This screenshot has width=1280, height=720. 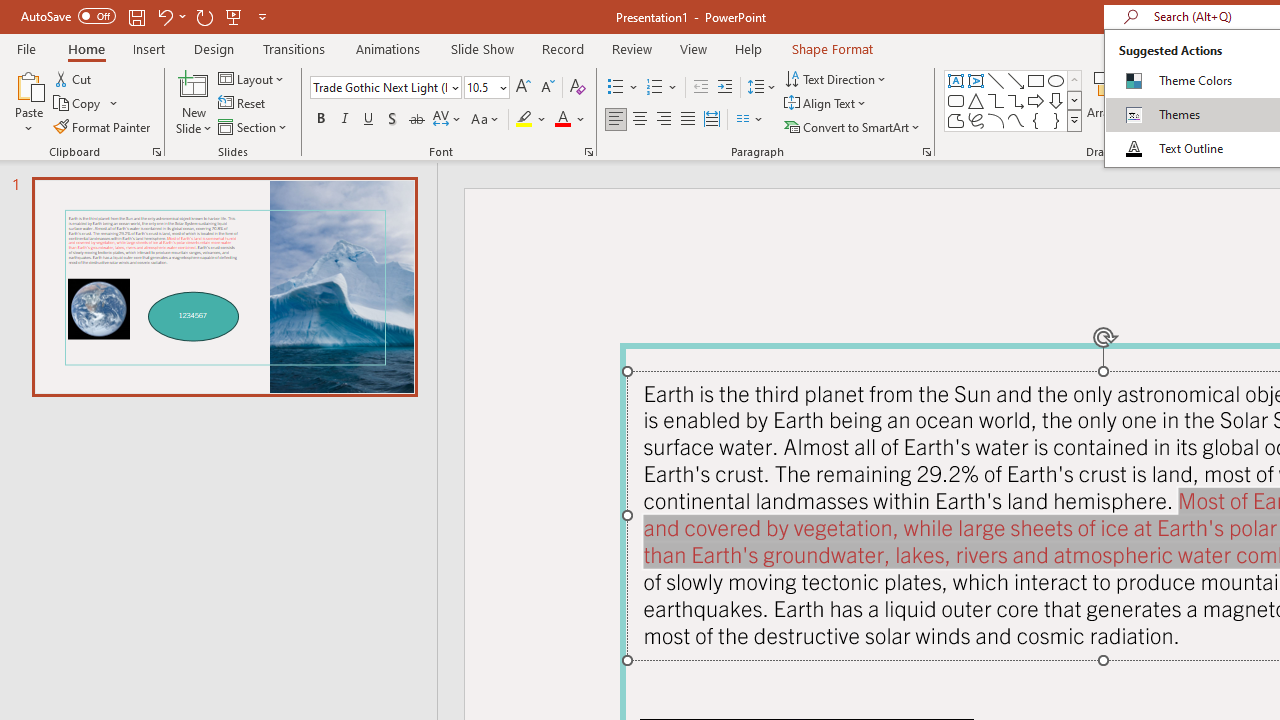 What do you see at coordinates (712, 119) in the screenshot?
I see `'Distributed'` at bounding box center [712, 119].